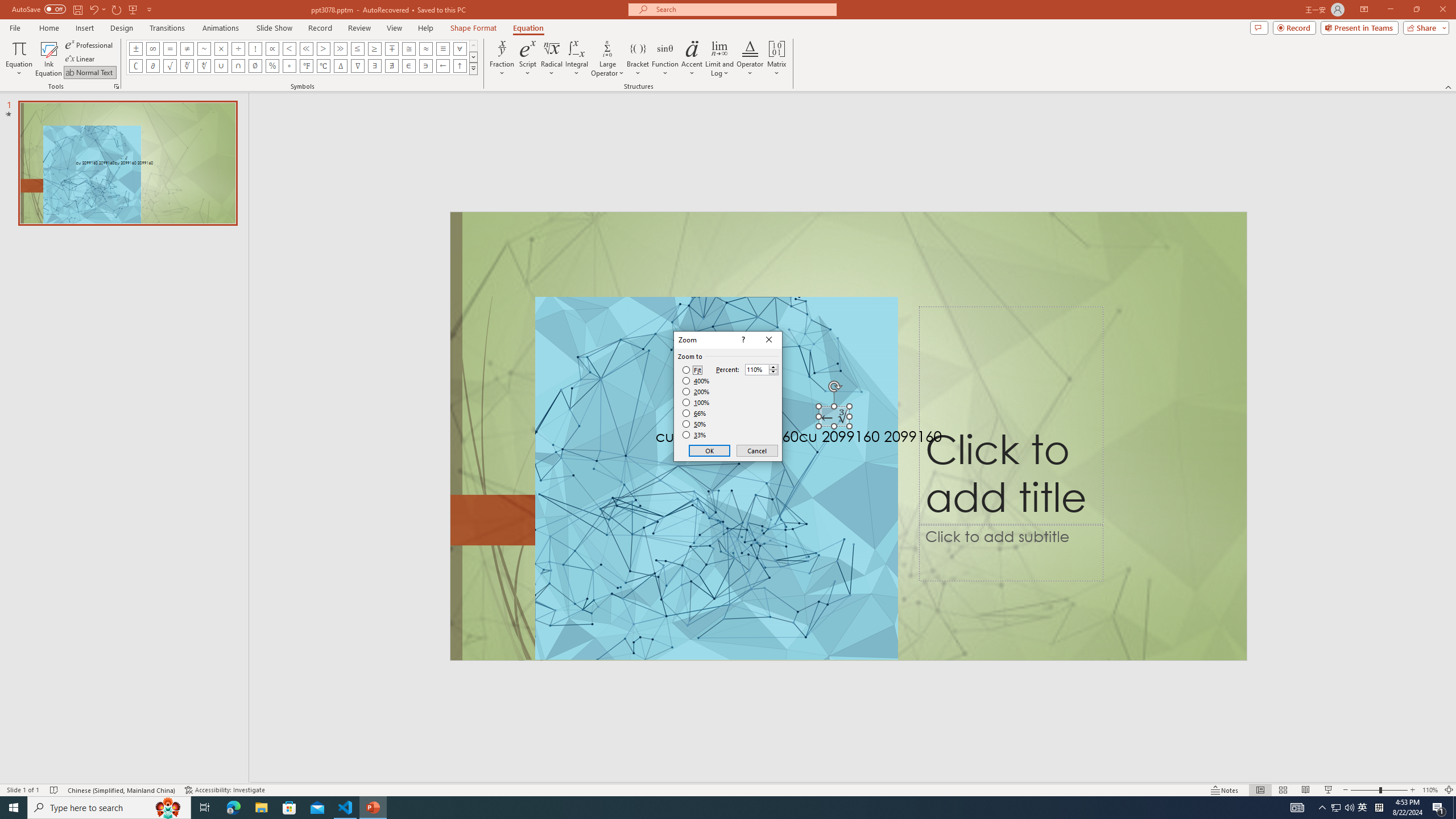 Image resolution: width=1456 pixels, height=819 pixels. I want to click on 'Action Center, 1 new notification', so click(1439, 806).